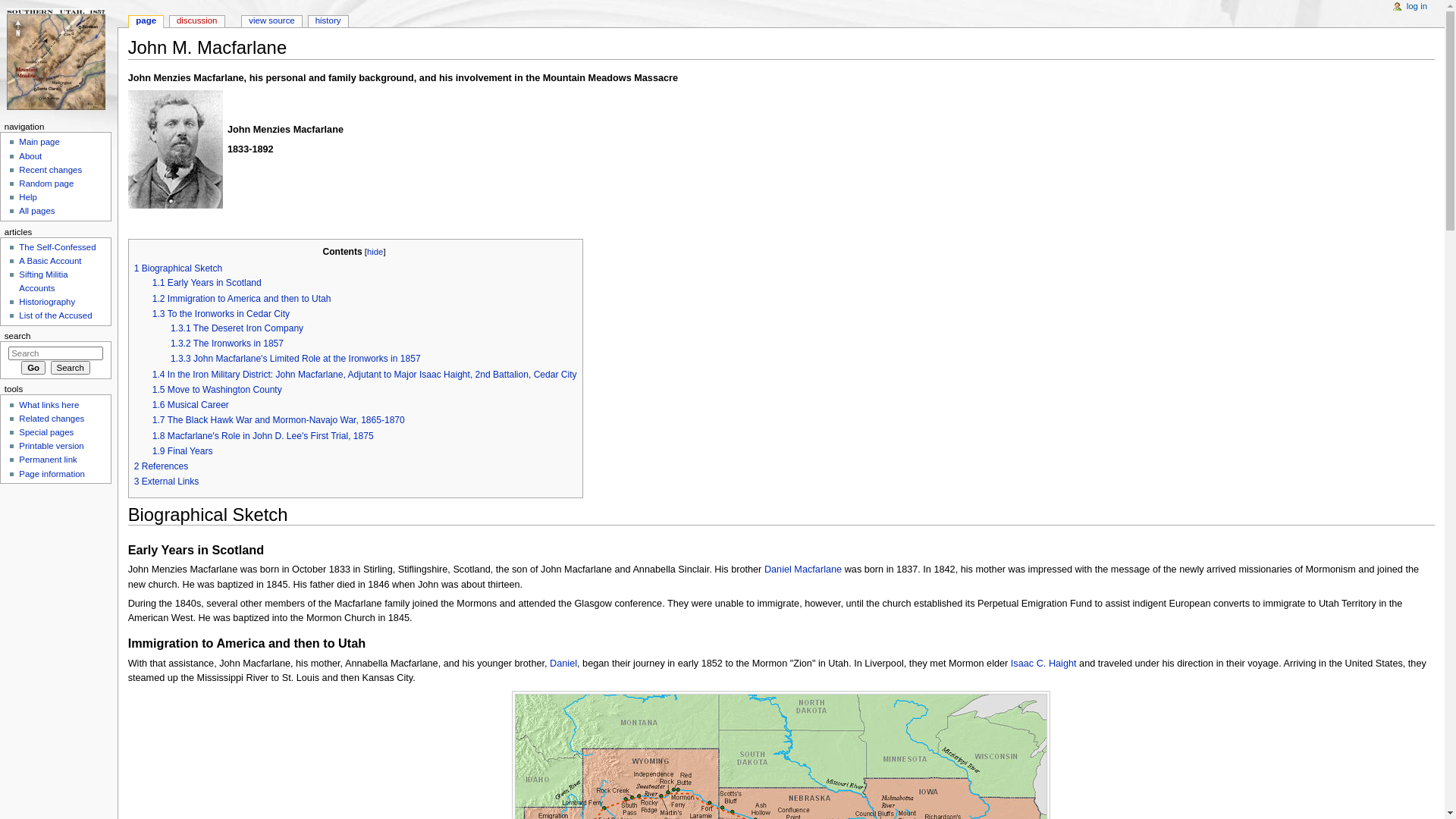 This screenshot has width=1456, height=819. What do you see at coordinates (152, 312) in the screenshot?
I see `'1.3 To the Ironworks in Cedar City'` at bounding box center [152, 312].